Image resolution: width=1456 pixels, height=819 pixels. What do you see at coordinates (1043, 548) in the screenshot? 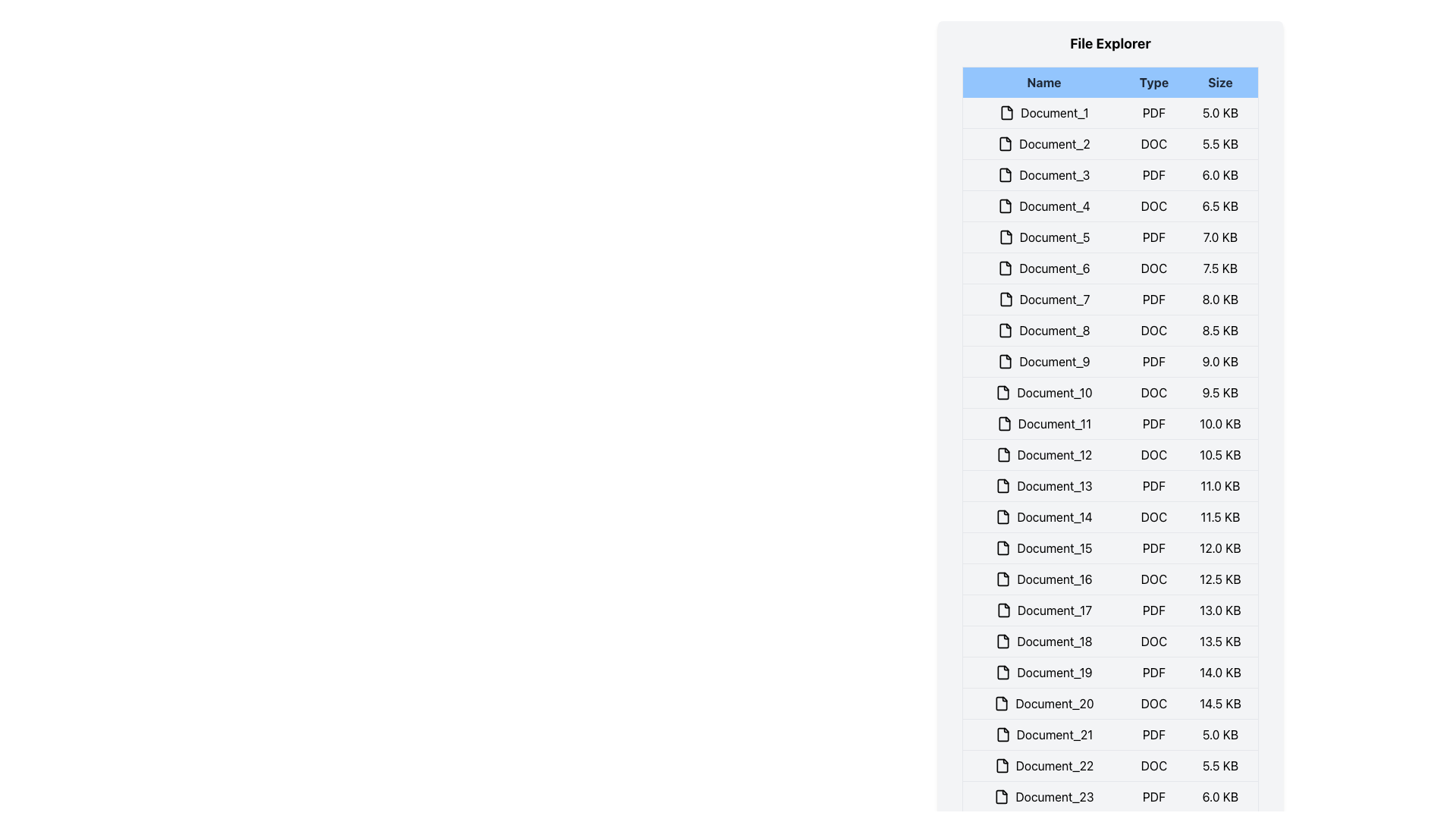
I see `the text label representing 'Document_15' in the File Explorer interface, which is located in the fifteenth row of the document list` at bounding box center [1043, 548].